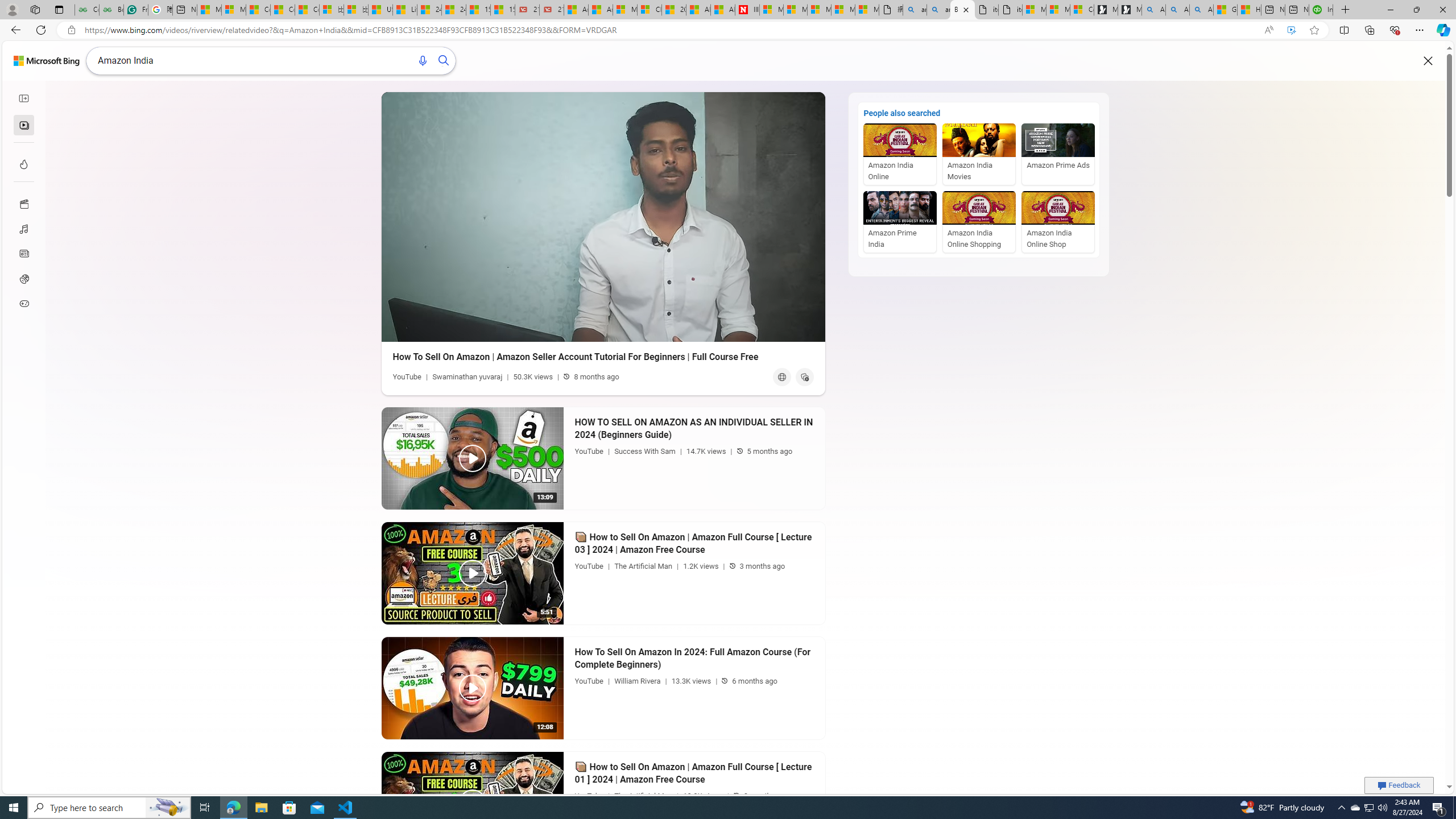  What do you see at coordinates (111, 9) in the screenshot?
I see `'Best SSL Certificates Provider in India - GeeksforGeeks'` at bounding box center [111, 9].